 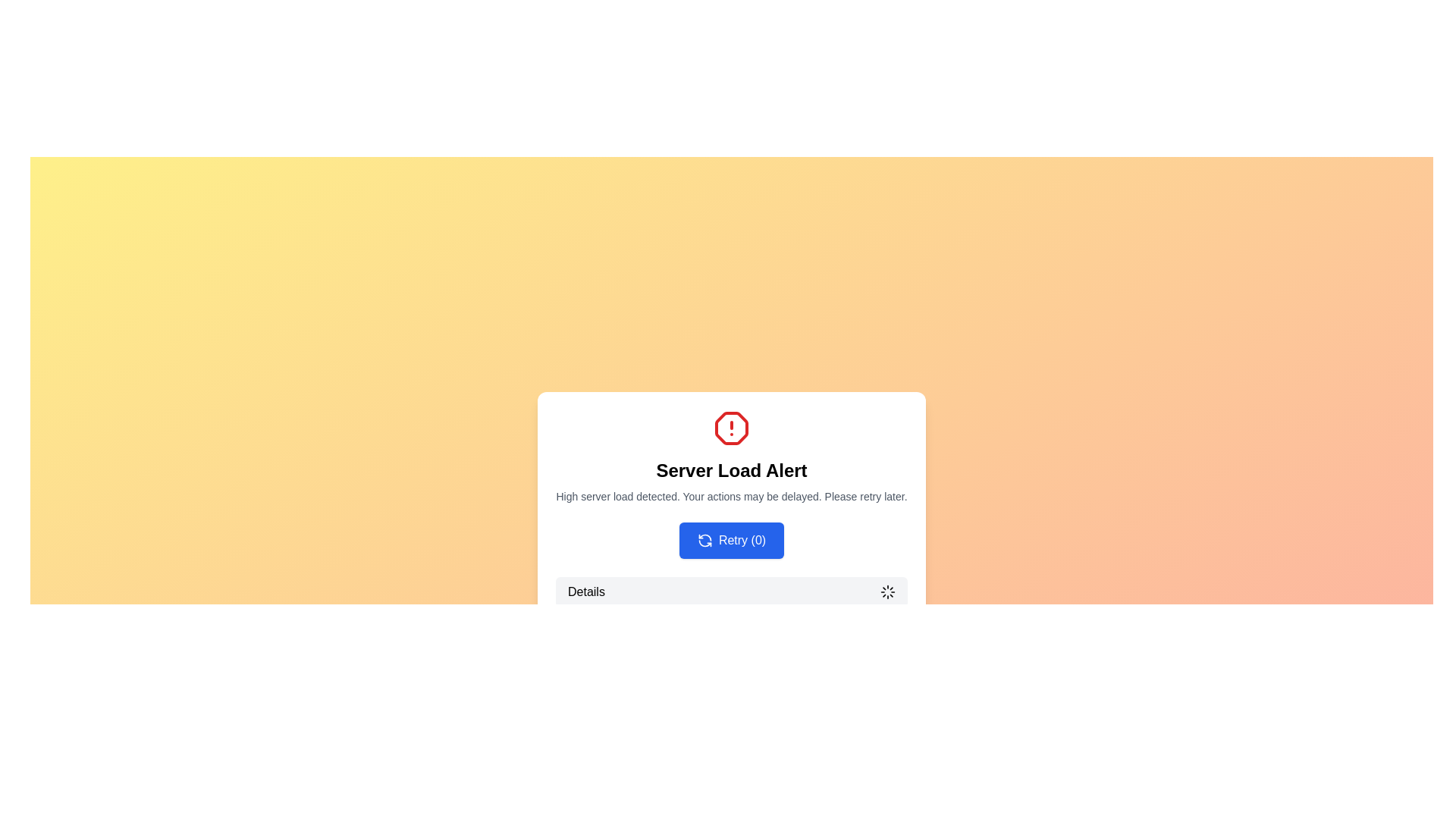 What do you see at coordinates (731, 540) in the screenshot?
I see `the retry button located under the 'Server Load Alert' heading to initiate the retry functionality` at bounding box center [731, 540].